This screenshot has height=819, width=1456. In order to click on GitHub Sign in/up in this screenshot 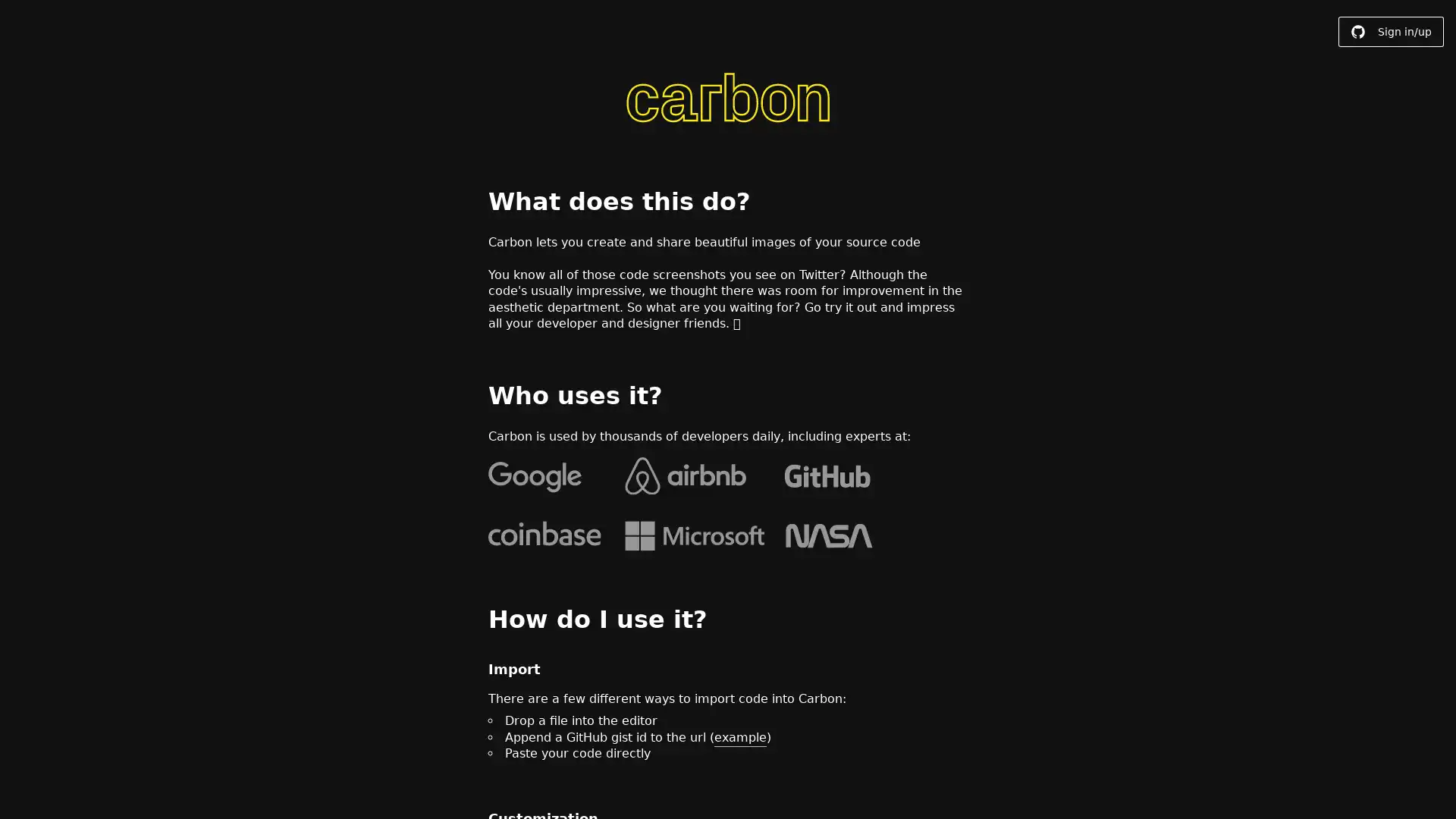, I will do `click(1391, 32)`.